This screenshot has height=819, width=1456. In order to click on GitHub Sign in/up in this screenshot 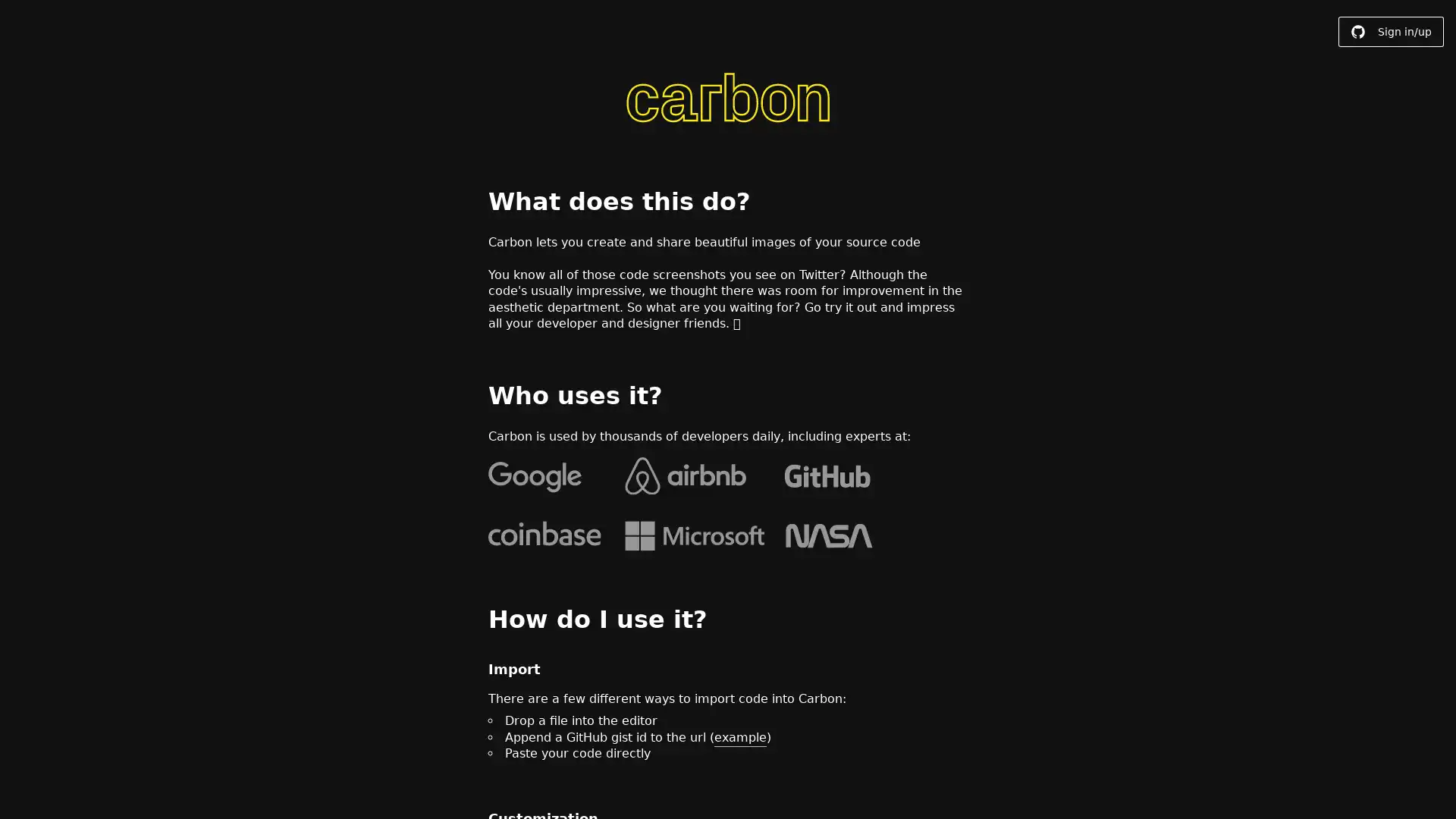, I will do `click(1391, 32)`.